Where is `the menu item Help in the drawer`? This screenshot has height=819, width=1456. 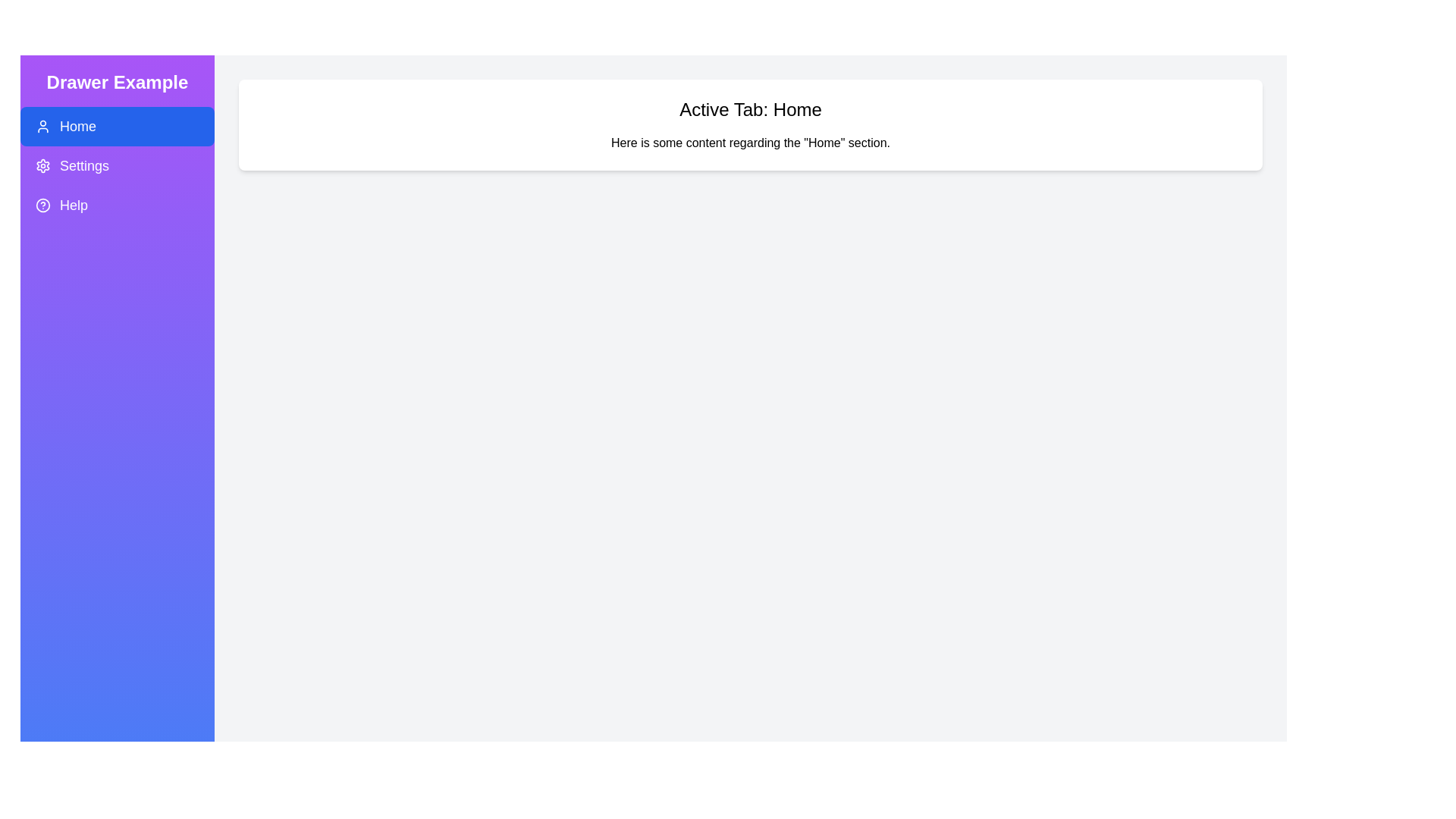 the menu item Help in the drawer is located at coordinates (116, 205).